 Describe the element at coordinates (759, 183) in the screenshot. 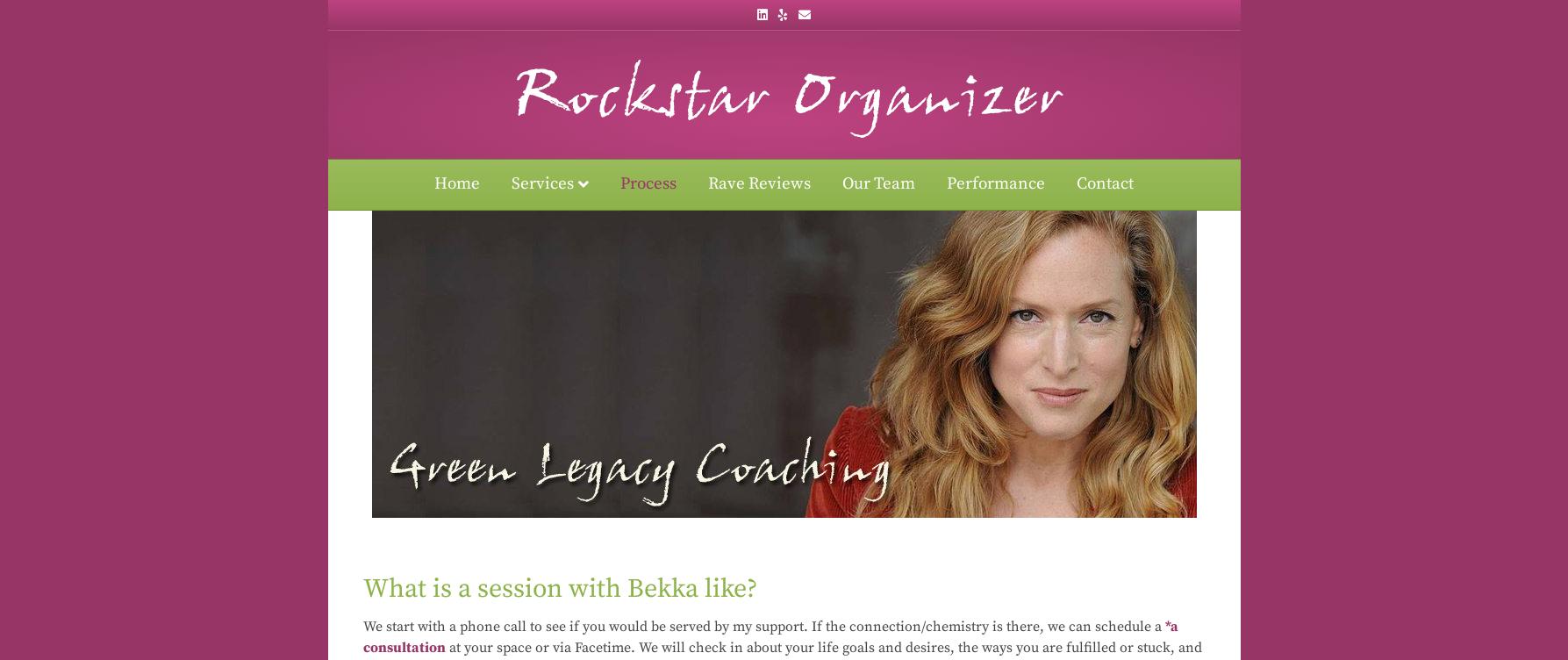

I see `'Rave Reviews'` at that location.